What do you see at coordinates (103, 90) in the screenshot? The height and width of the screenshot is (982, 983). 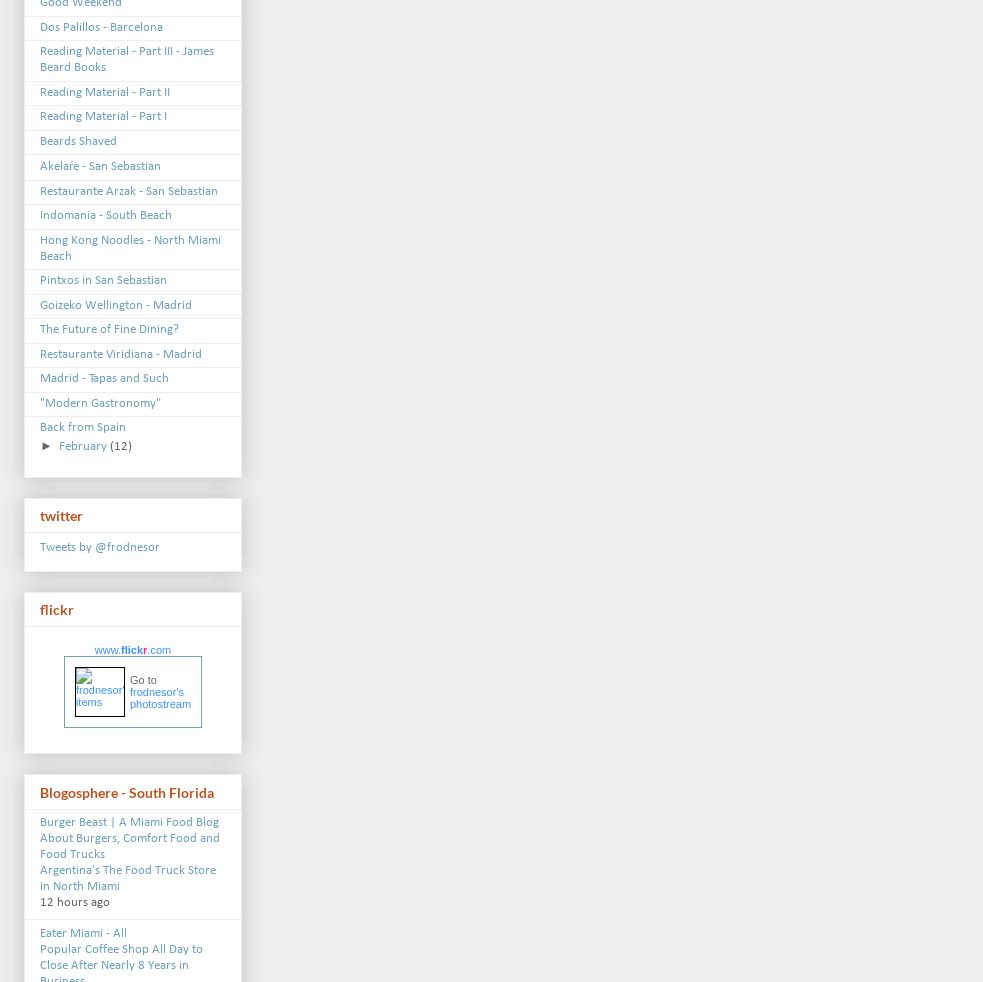 I see `'Reading Material - Part II'` at bounding box center [103, 90].